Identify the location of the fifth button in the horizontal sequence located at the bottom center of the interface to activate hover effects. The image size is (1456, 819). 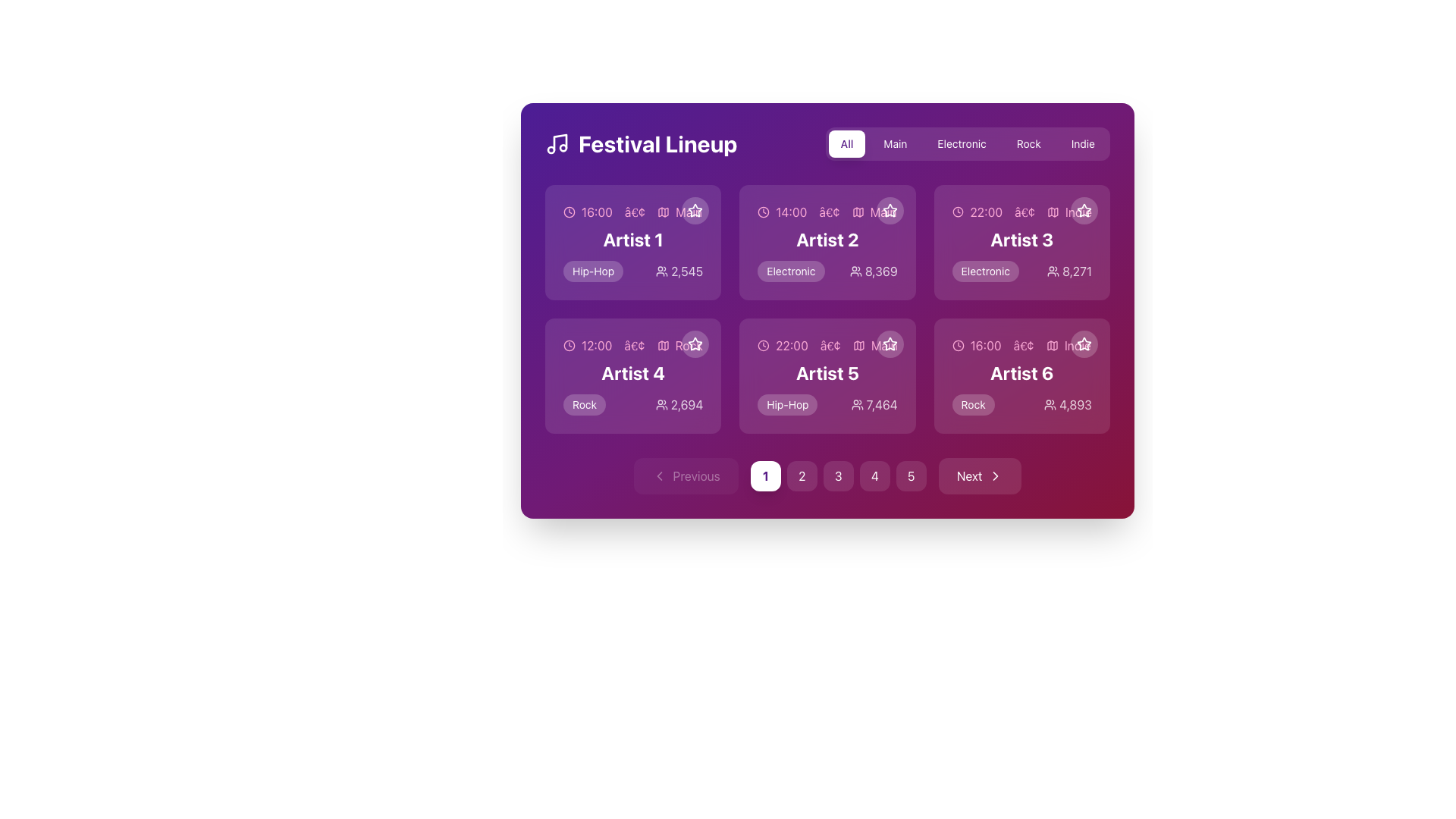
(910, 475).